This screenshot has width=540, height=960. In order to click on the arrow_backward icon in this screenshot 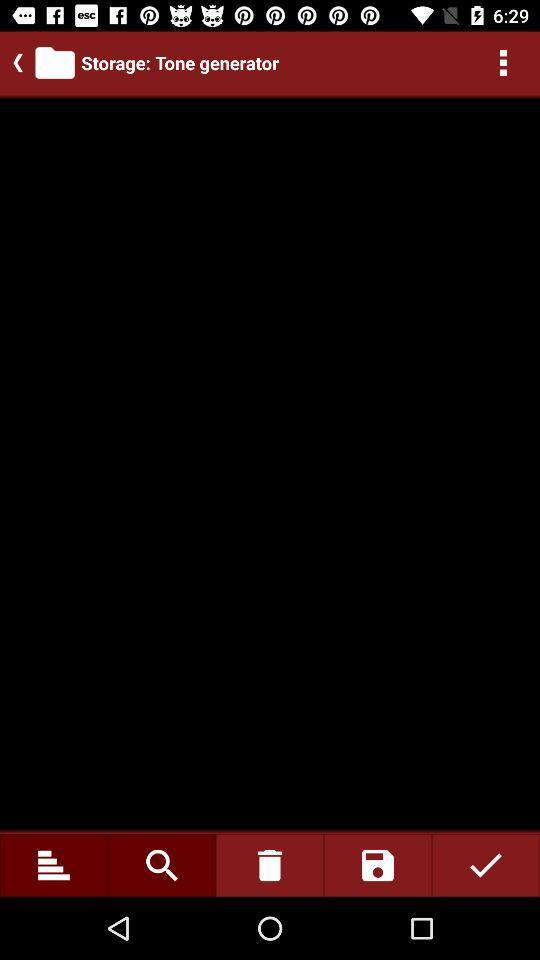, I will do `click(13, 62)`.